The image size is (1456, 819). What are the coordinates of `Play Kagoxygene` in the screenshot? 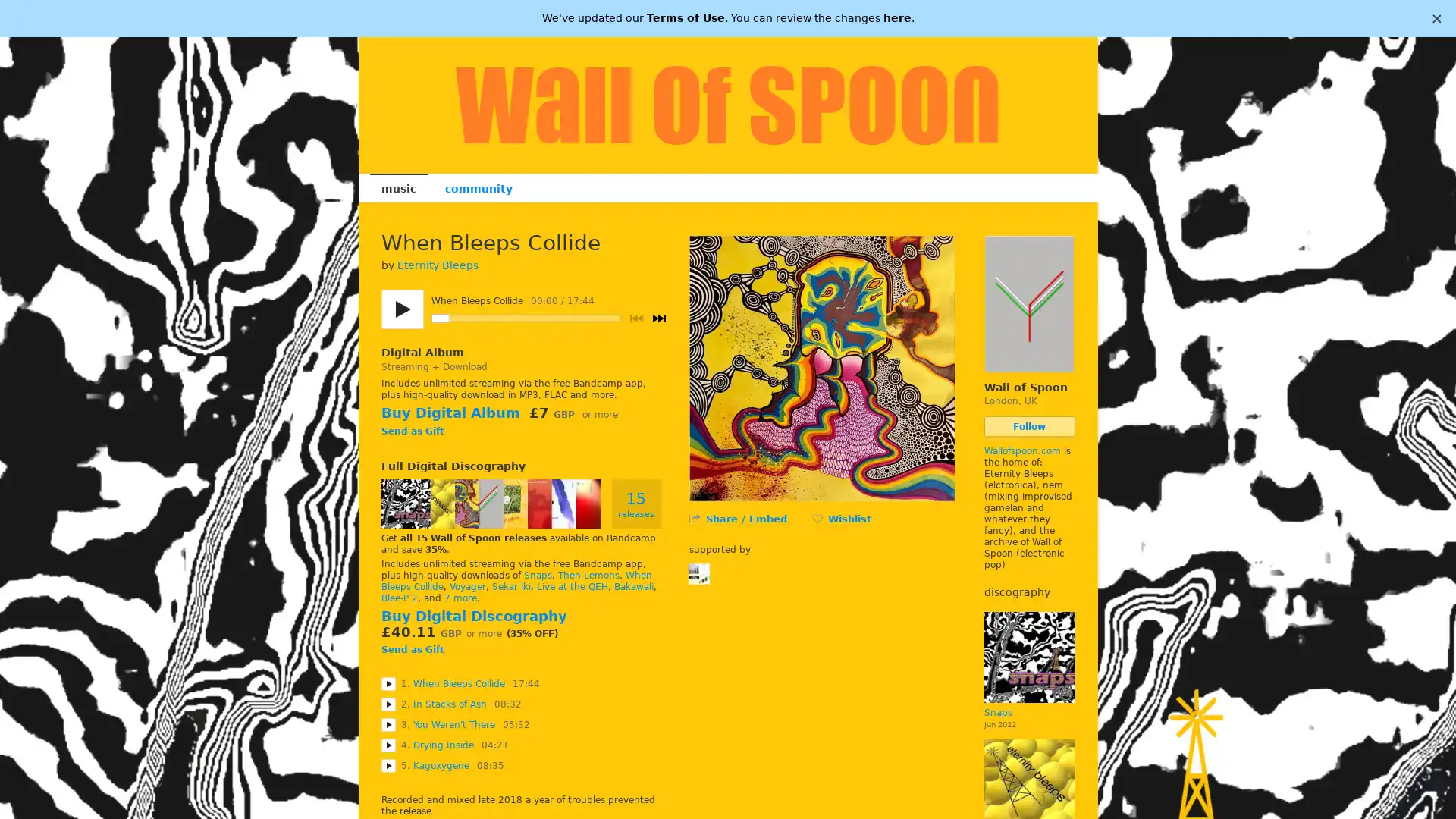 It's located at (388, 765).